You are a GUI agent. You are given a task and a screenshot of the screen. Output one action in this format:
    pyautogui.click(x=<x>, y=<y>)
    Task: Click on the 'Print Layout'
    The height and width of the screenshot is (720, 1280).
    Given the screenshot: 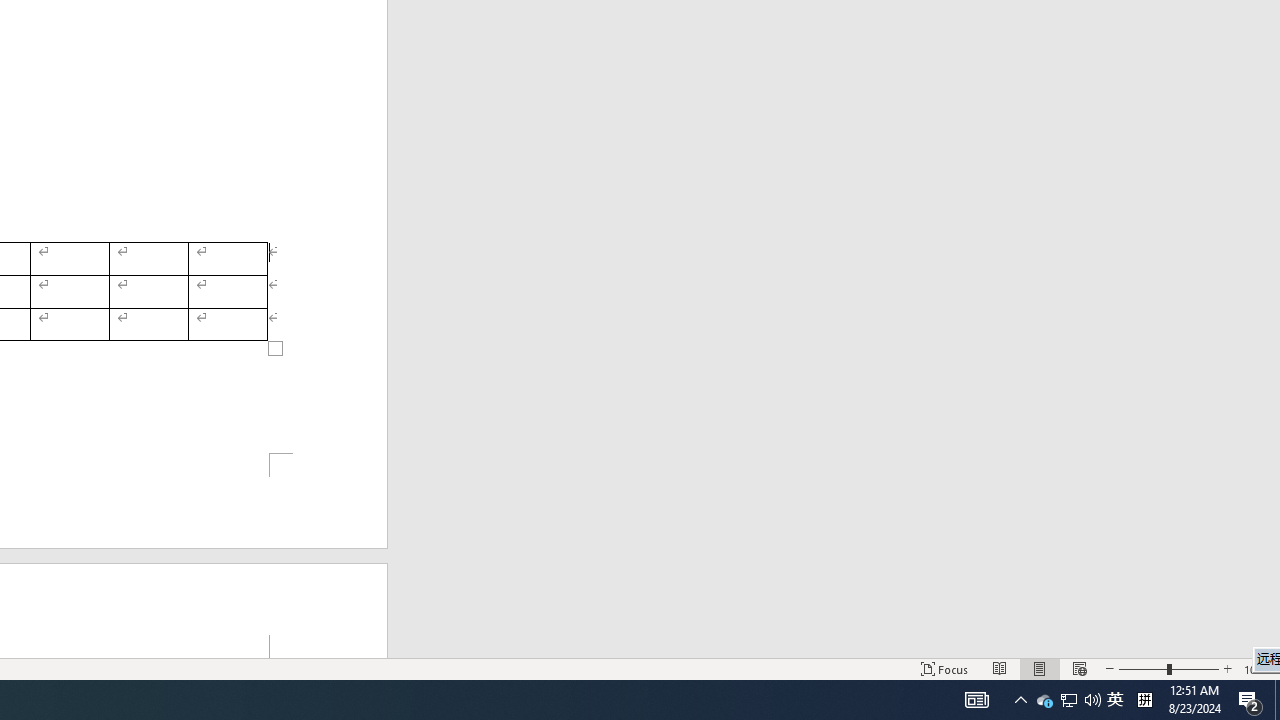 What is the action you would take?
    pyautogui.click(x=1078, y=669)
    